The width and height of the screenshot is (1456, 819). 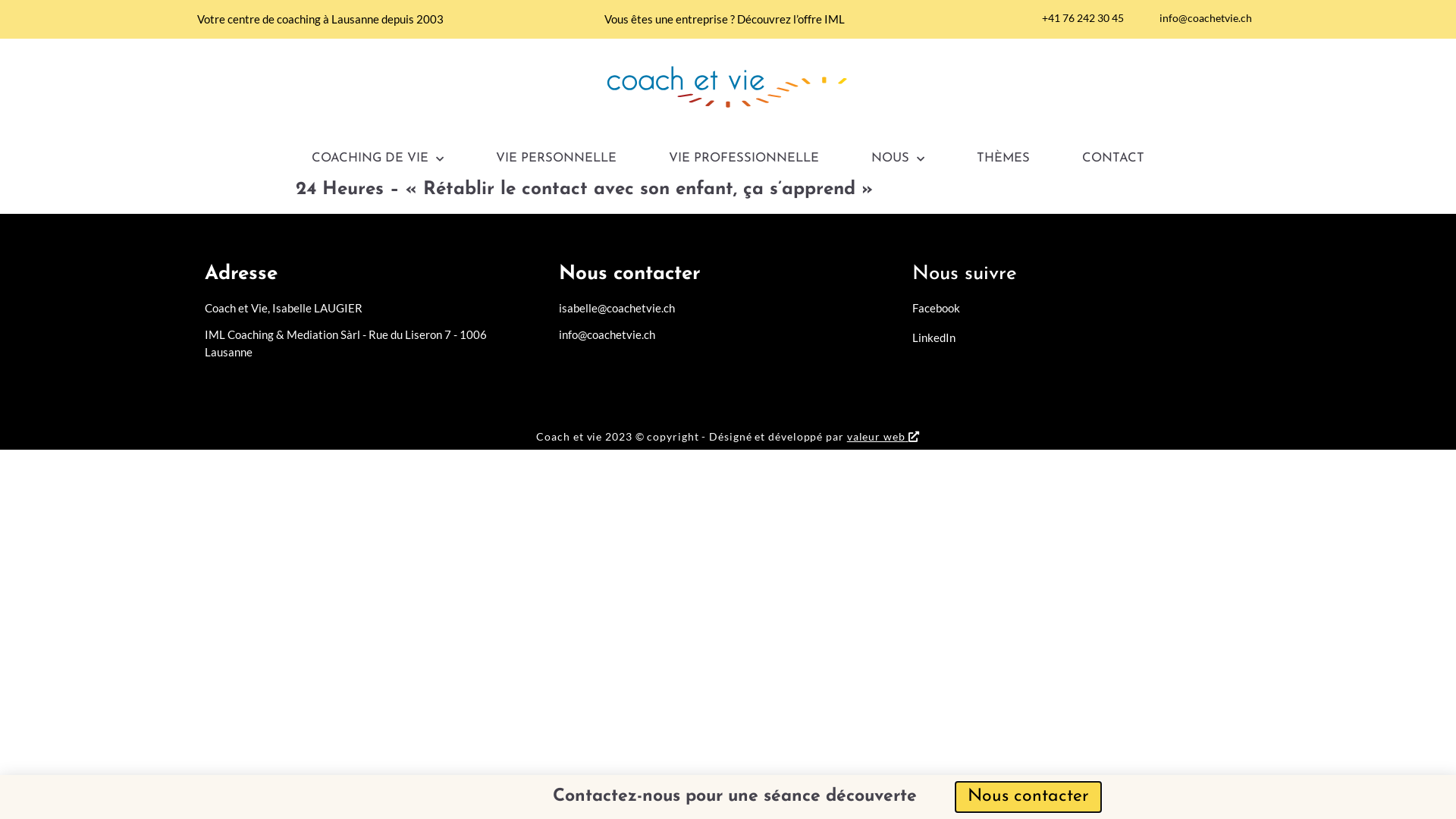 I want to click on 'COACHING DE VIE', so click(x=378, y=158).